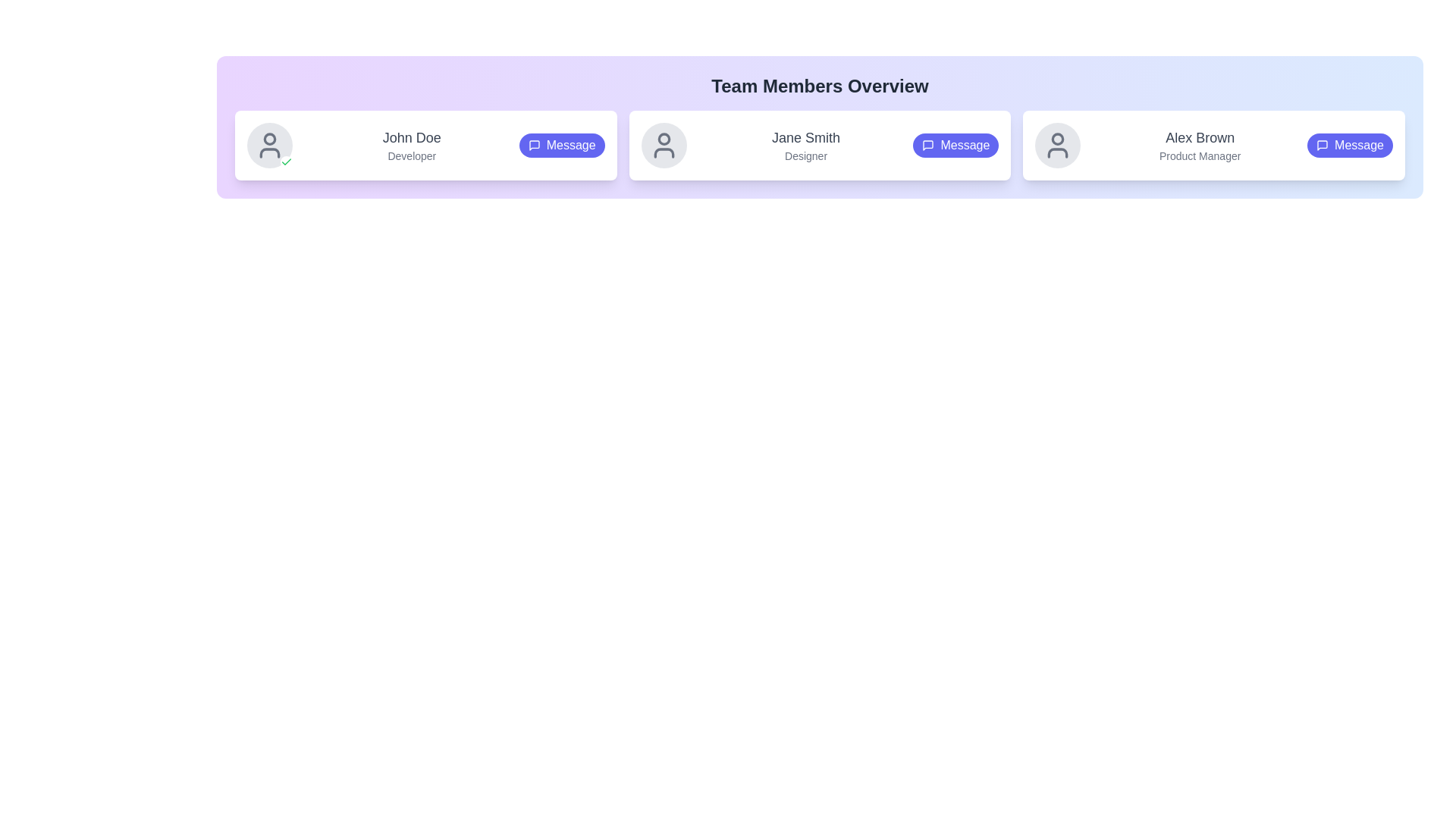 The image size is (1456, 819). I want to click on the confirmation icon located at the bottom-right of the circular user profile area next to 'John Doe' and 'Developer', so click(287, 162).